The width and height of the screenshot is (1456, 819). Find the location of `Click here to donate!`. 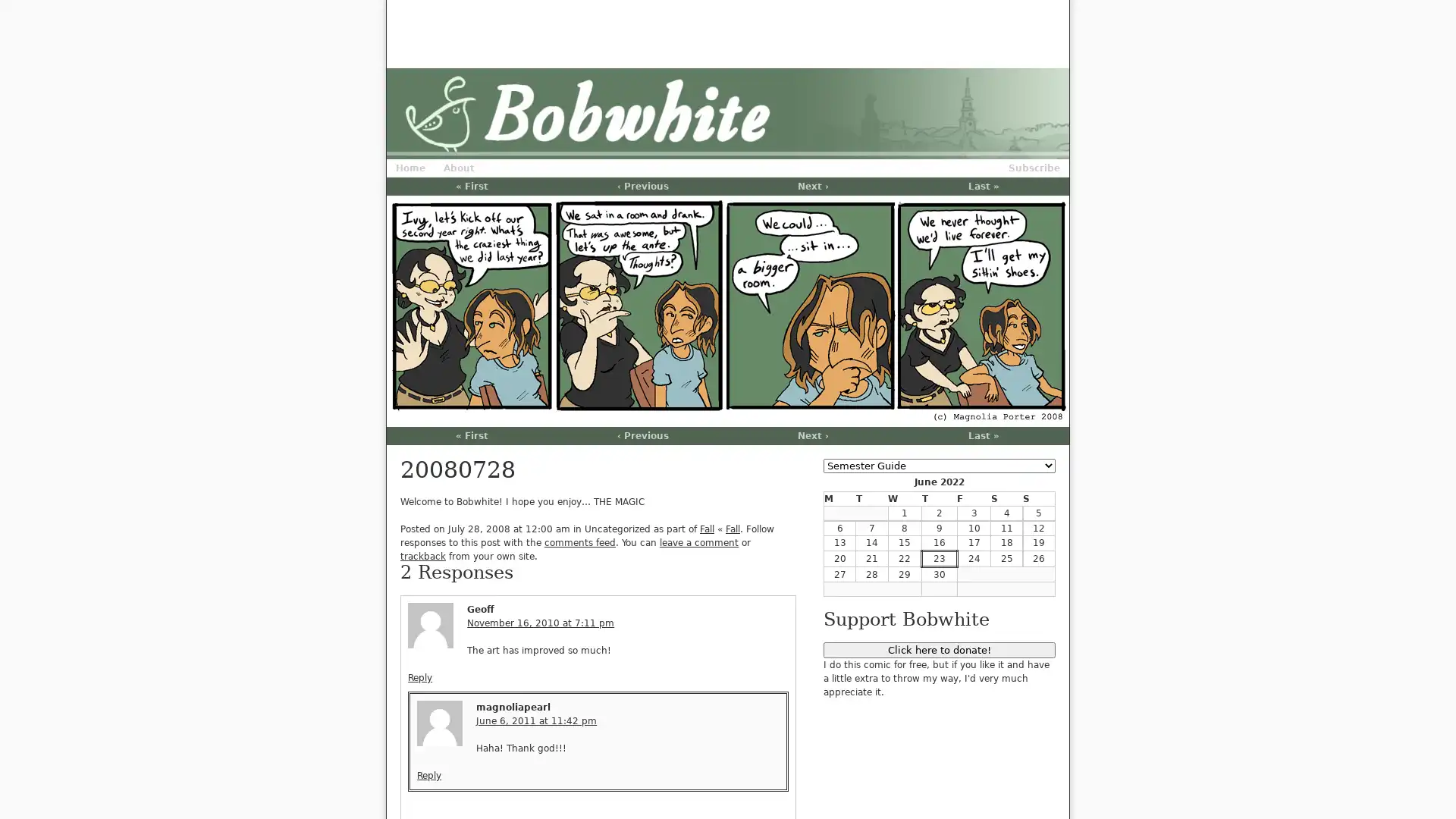

Click here to donate! is located at coordinates (938, 649).